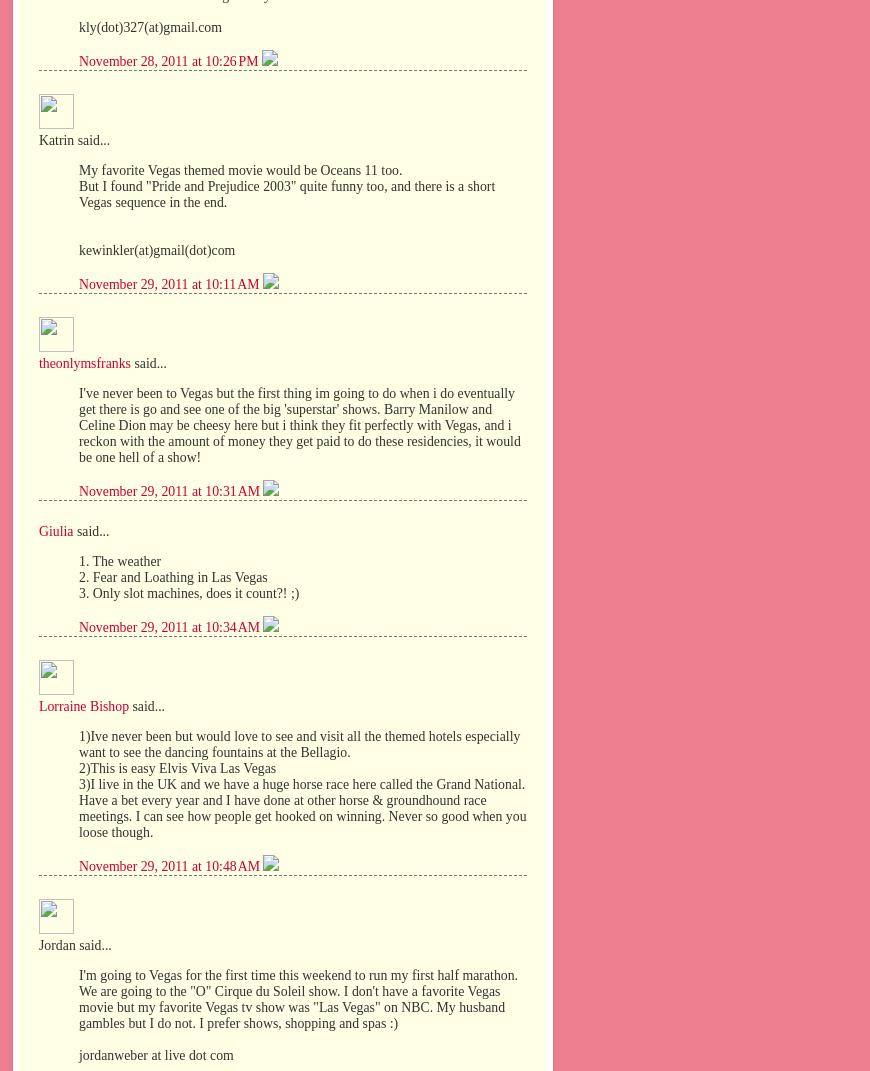 This screenshot has height=1071, width=870. I want to click on 'I'm going to Vegas for the first time this weekend to run my first half marathon.  We are going to the "O" Cirque du Soleil show.  I don't have a favorite Vegas movie but my favorite Vegas tv show was "Las Vegas" on NBC.  My husband gambles but I do not.  I prefer shows, shopping and spas :)', so click(298, 998).